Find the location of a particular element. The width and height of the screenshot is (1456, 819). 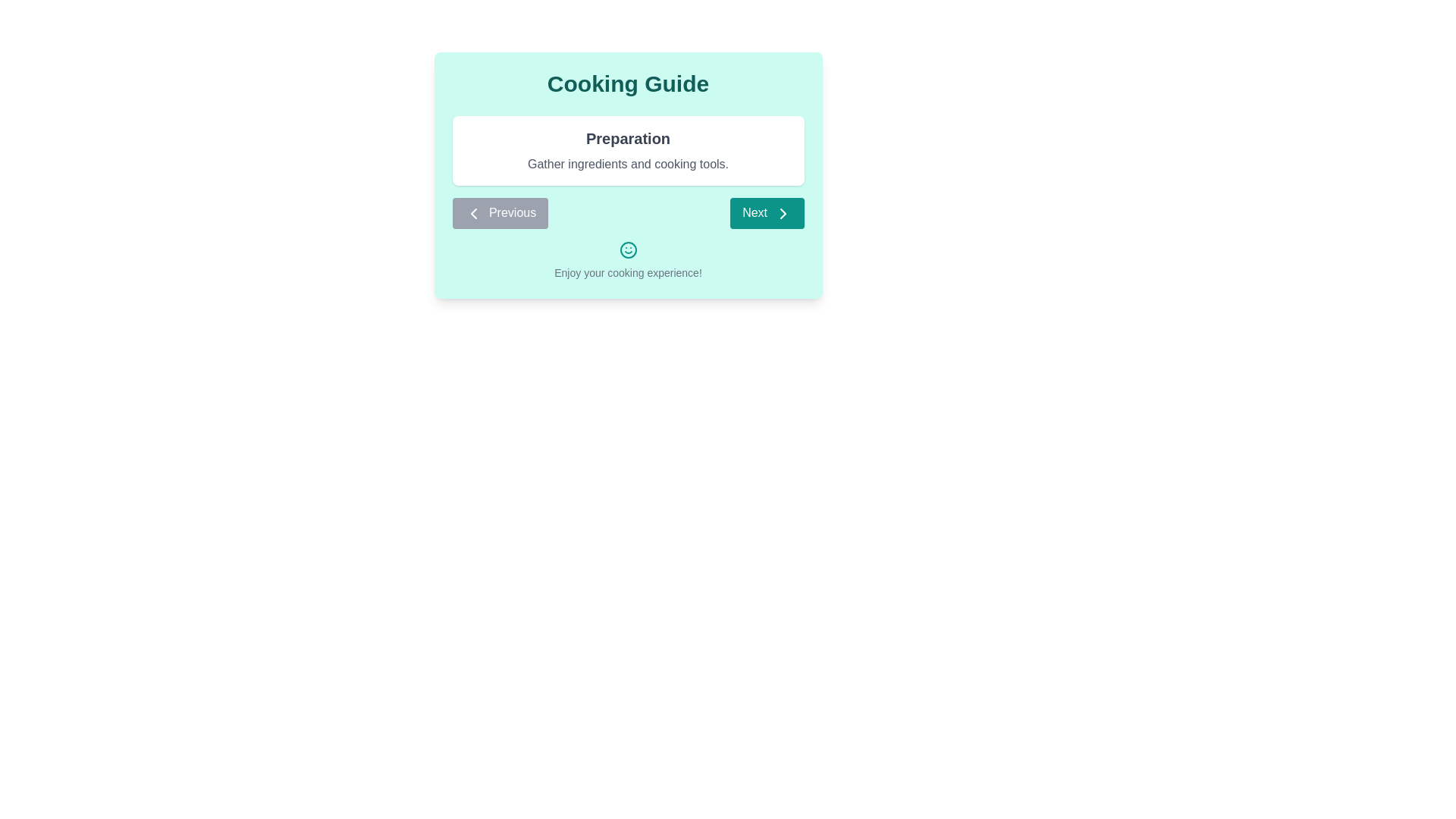

the 'Cooking Guide' header text block that indicates the topic of the section is located at coordinates (628, 84).